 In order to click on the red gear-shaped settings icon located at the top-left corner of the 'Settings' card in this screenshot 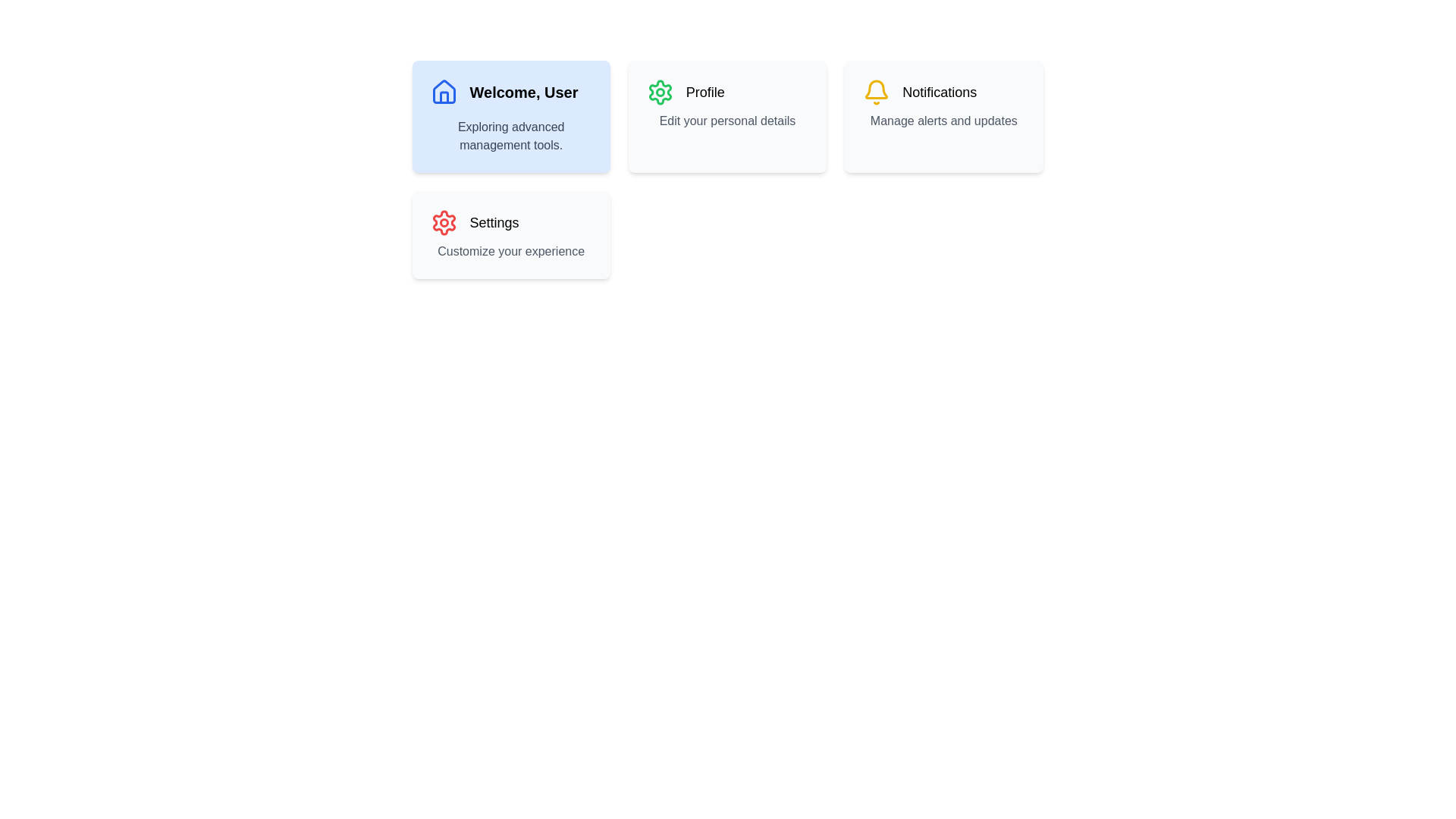, I will do `click(443, 222)`.